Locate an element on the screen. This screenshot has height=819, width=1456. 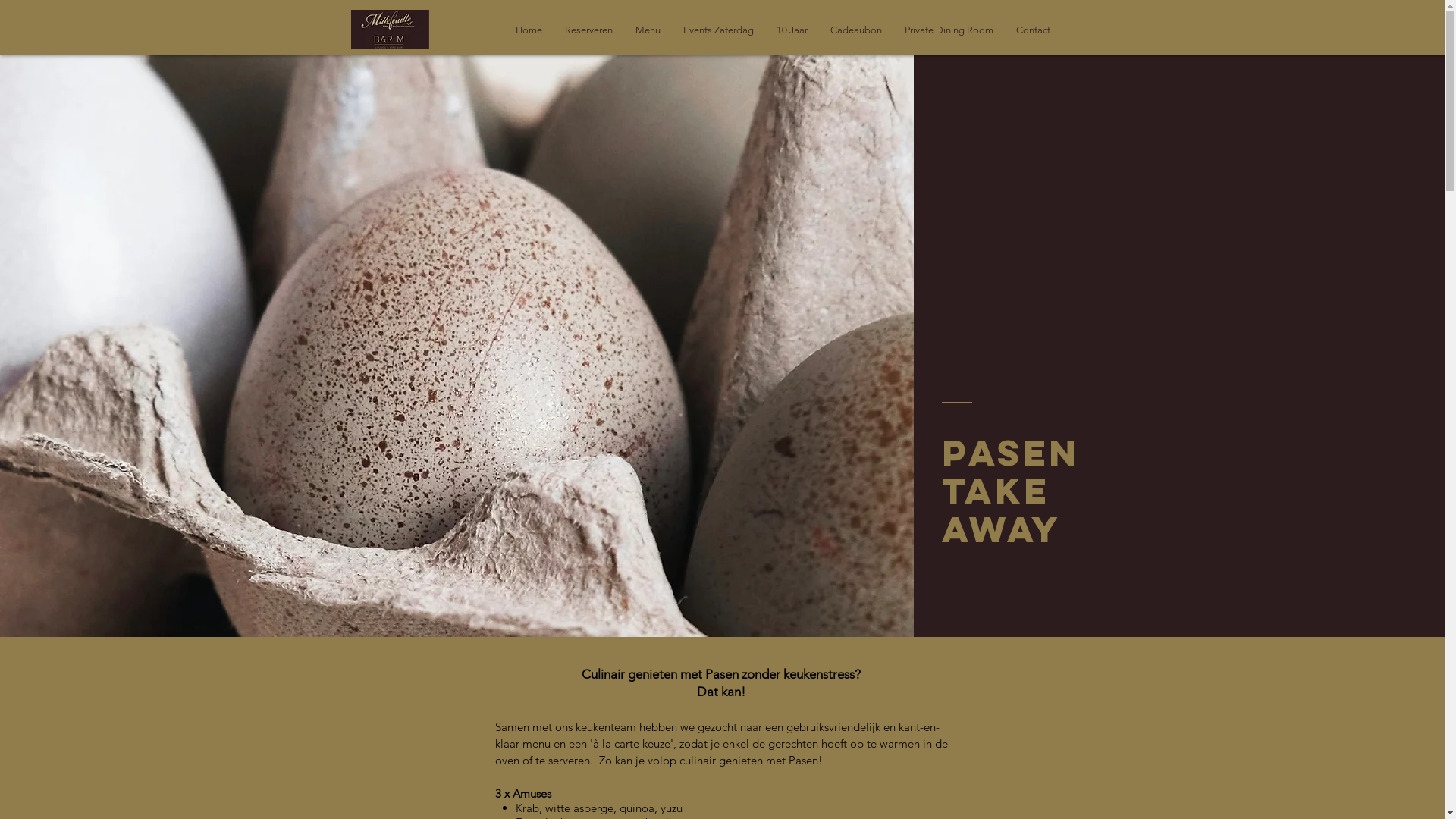
'Contact' is located at coordinates (1004, 30).